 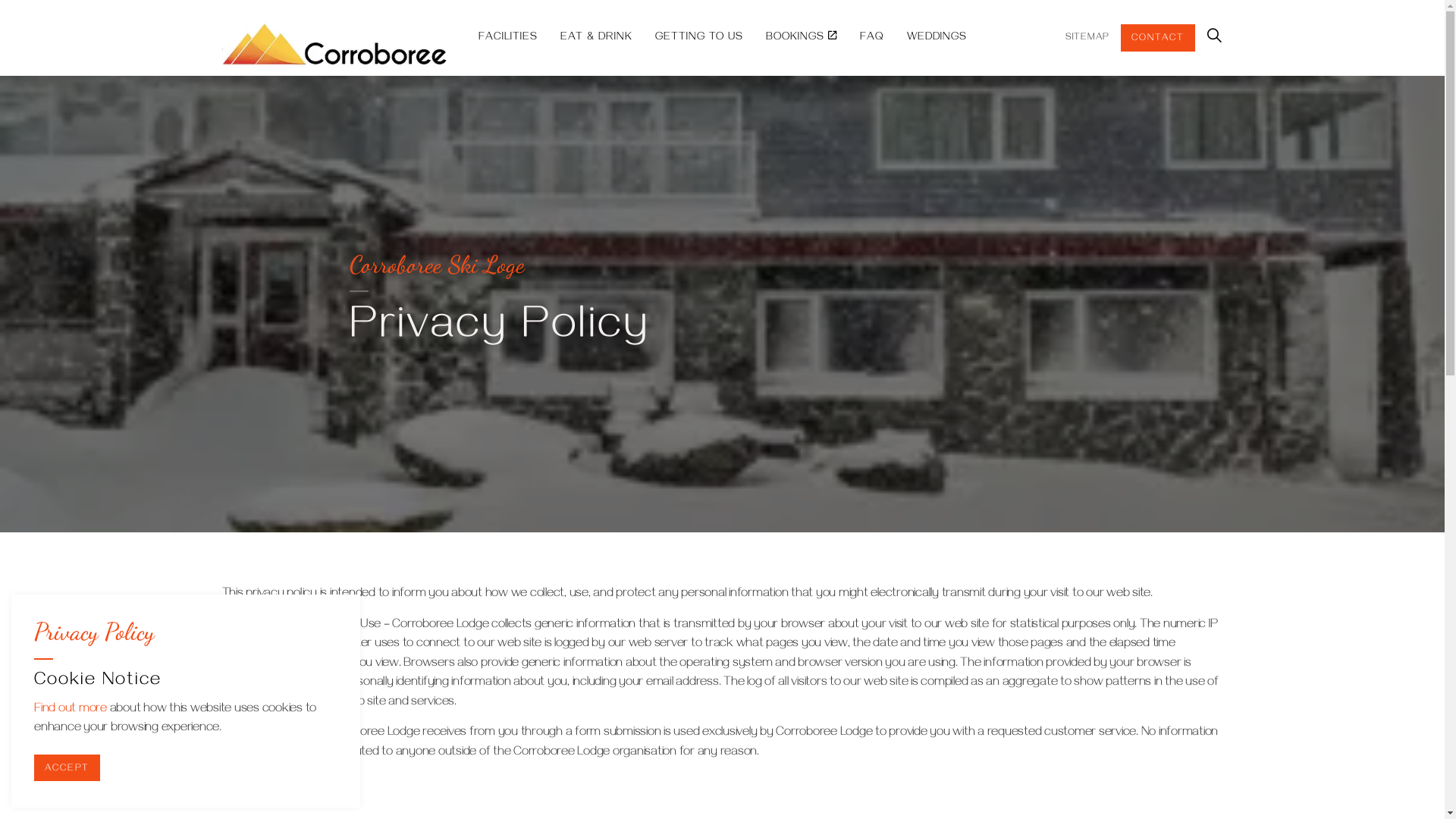 What do you see at coordinates (1086, 37) in the screenshot?
I see `'SITEMAP'` at bounding box center [1086, 37].